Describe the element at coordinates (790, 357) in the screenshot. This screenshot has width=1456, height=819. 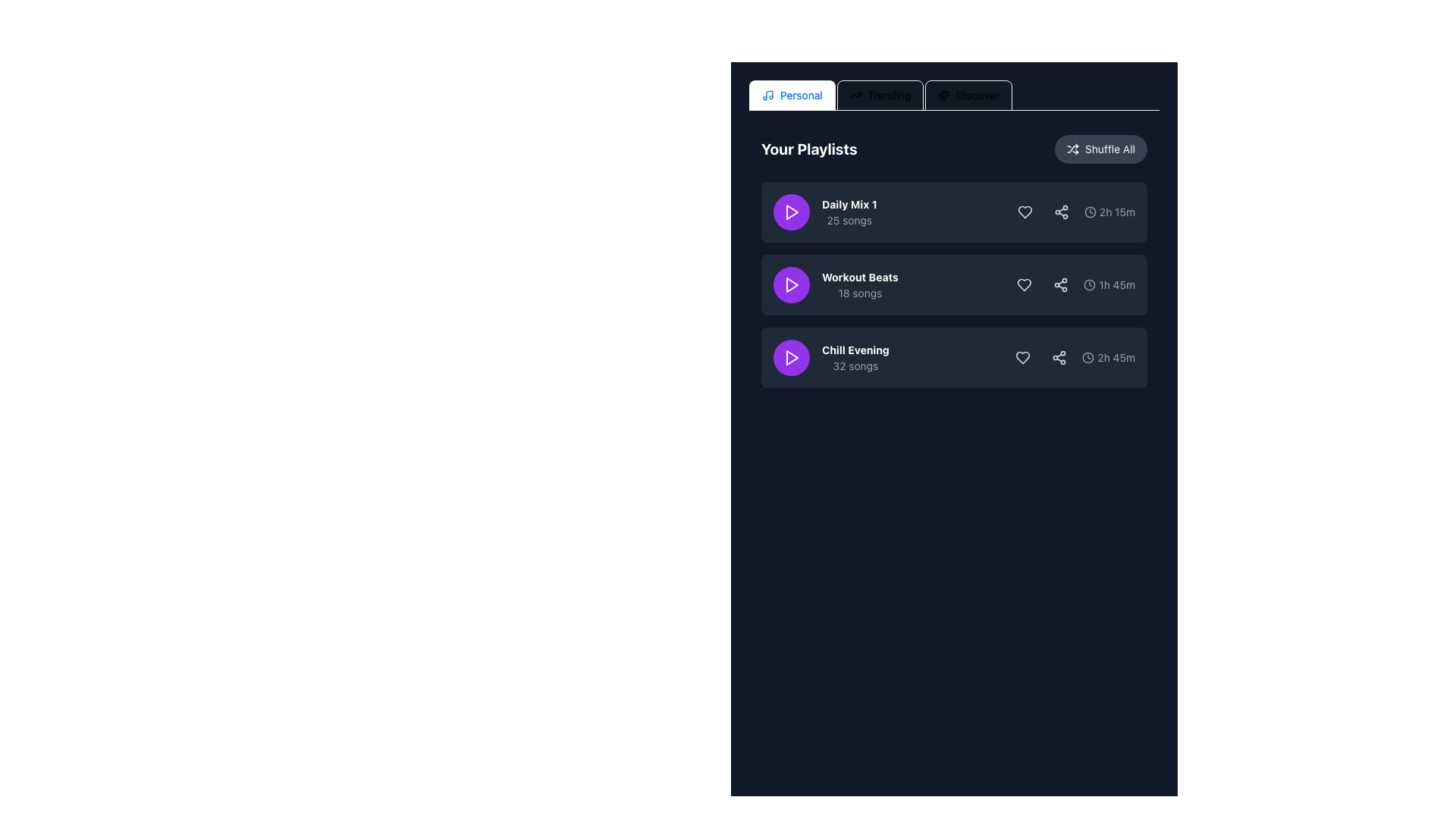
I see `the circular purple button with a white play icon at the center of the 'Chill Evening' playlist card to play the playlist` at that location.